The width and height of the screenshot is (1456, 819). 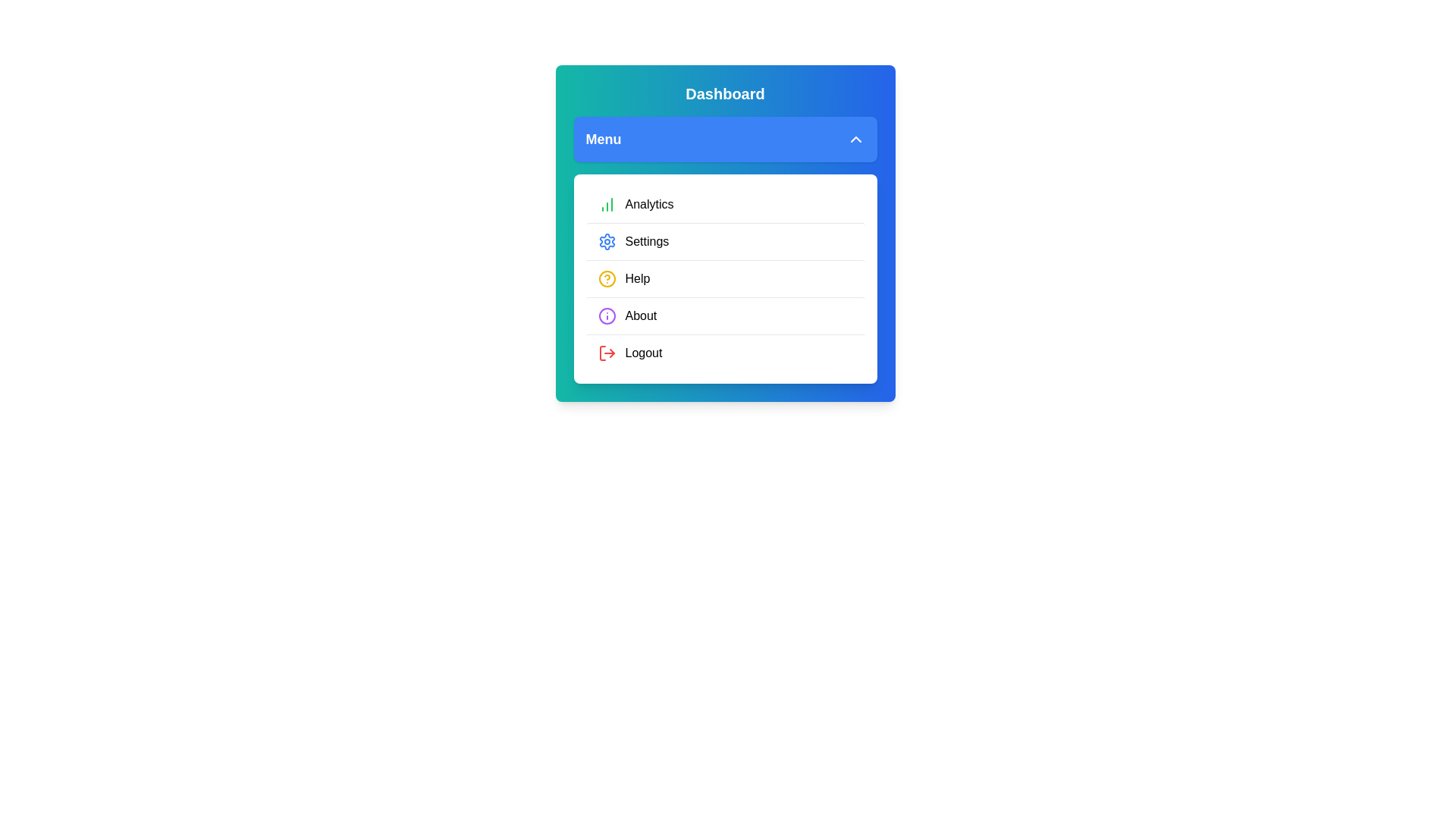 What do you see at coordinates (607, 278) in the screenshot?
I see `the circular part of the 'Help' menu icon in the SVG graphic` at bounding box center [607, 278].